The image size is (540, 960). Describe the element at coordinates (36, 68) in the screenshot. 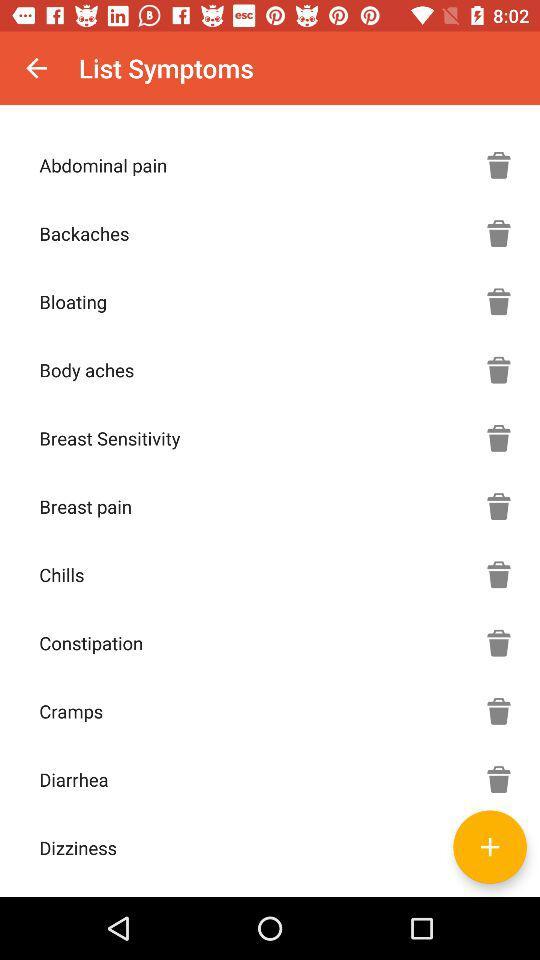

I see `item to the left of the list symptoms` at that location.